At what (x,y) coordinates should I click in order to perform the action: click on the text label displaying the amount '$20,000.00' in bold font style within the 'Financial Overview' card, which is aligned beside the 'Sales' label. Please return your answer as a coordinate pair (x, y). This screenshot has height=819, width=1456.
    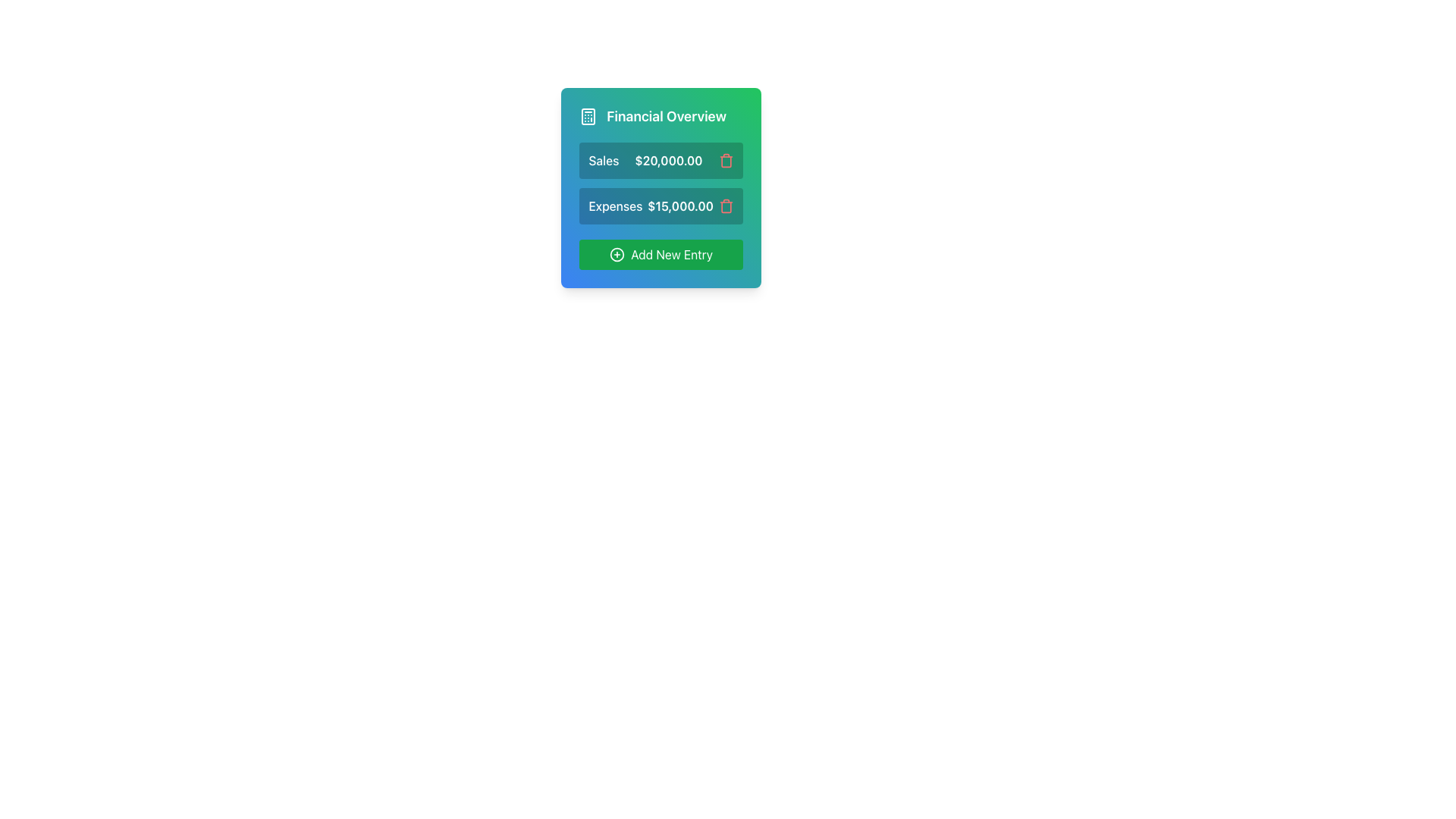
    Looking at the image, I should click on (668, 161).